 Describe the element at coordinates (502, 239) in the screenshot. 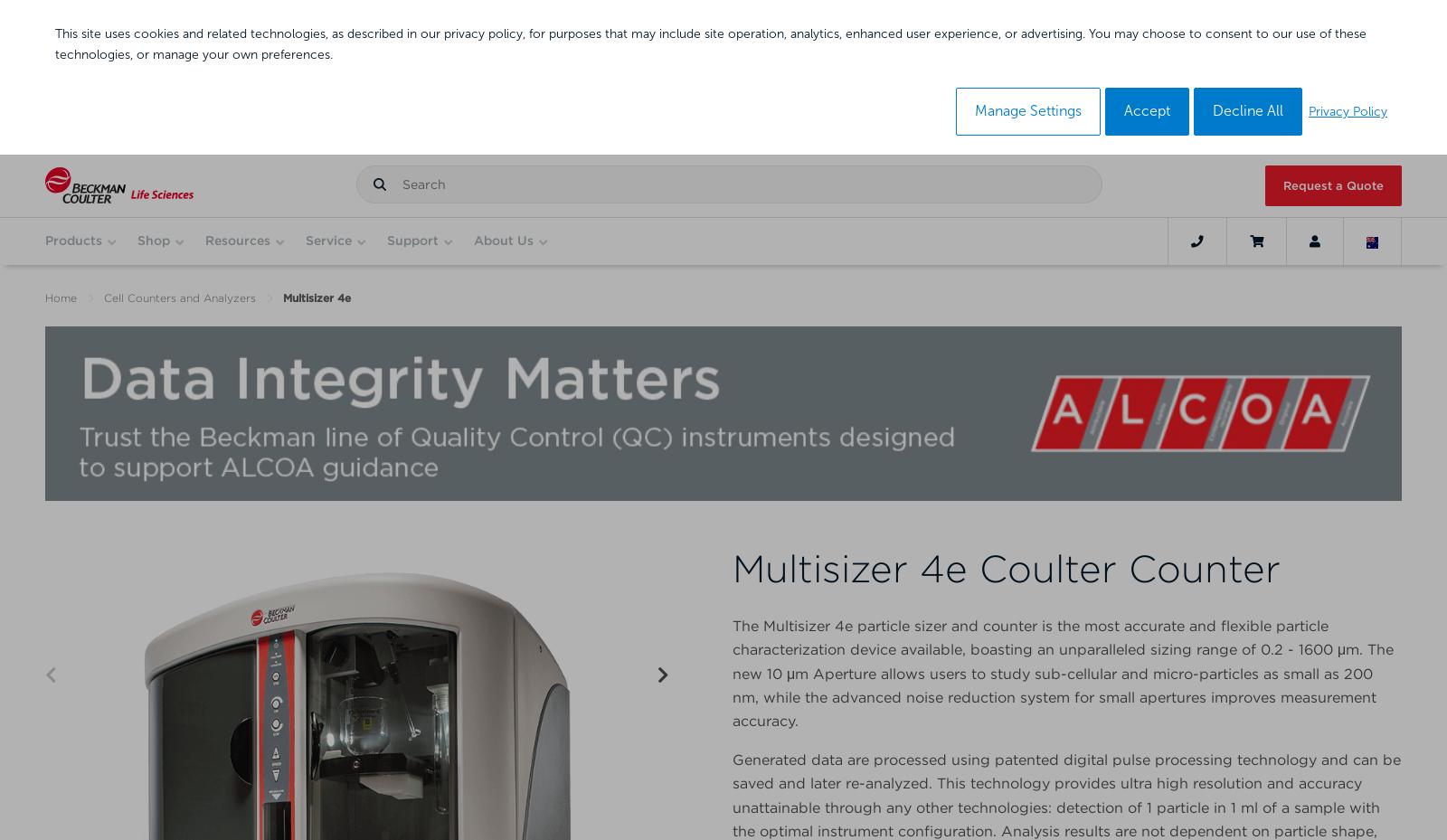

I see `'About Us'` at that location.